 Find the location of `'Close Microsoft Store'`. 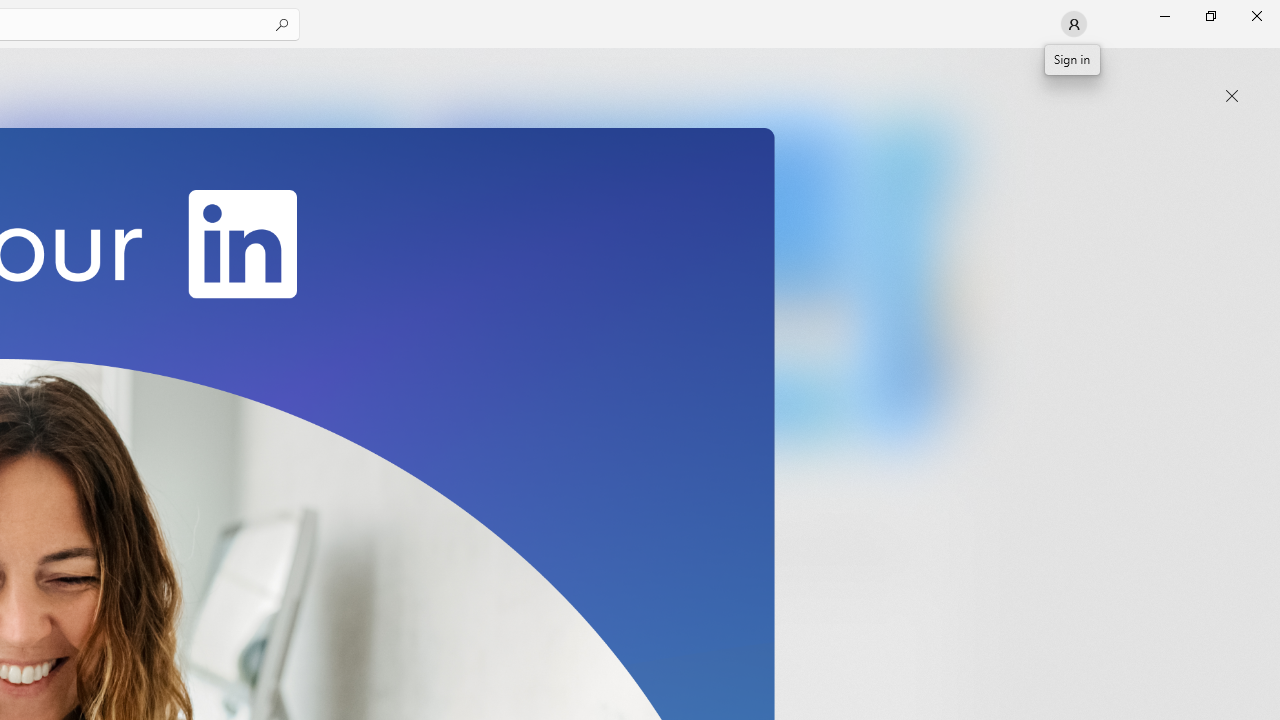

'Close Microsoft Store' is located at coordinates (1255, 15).